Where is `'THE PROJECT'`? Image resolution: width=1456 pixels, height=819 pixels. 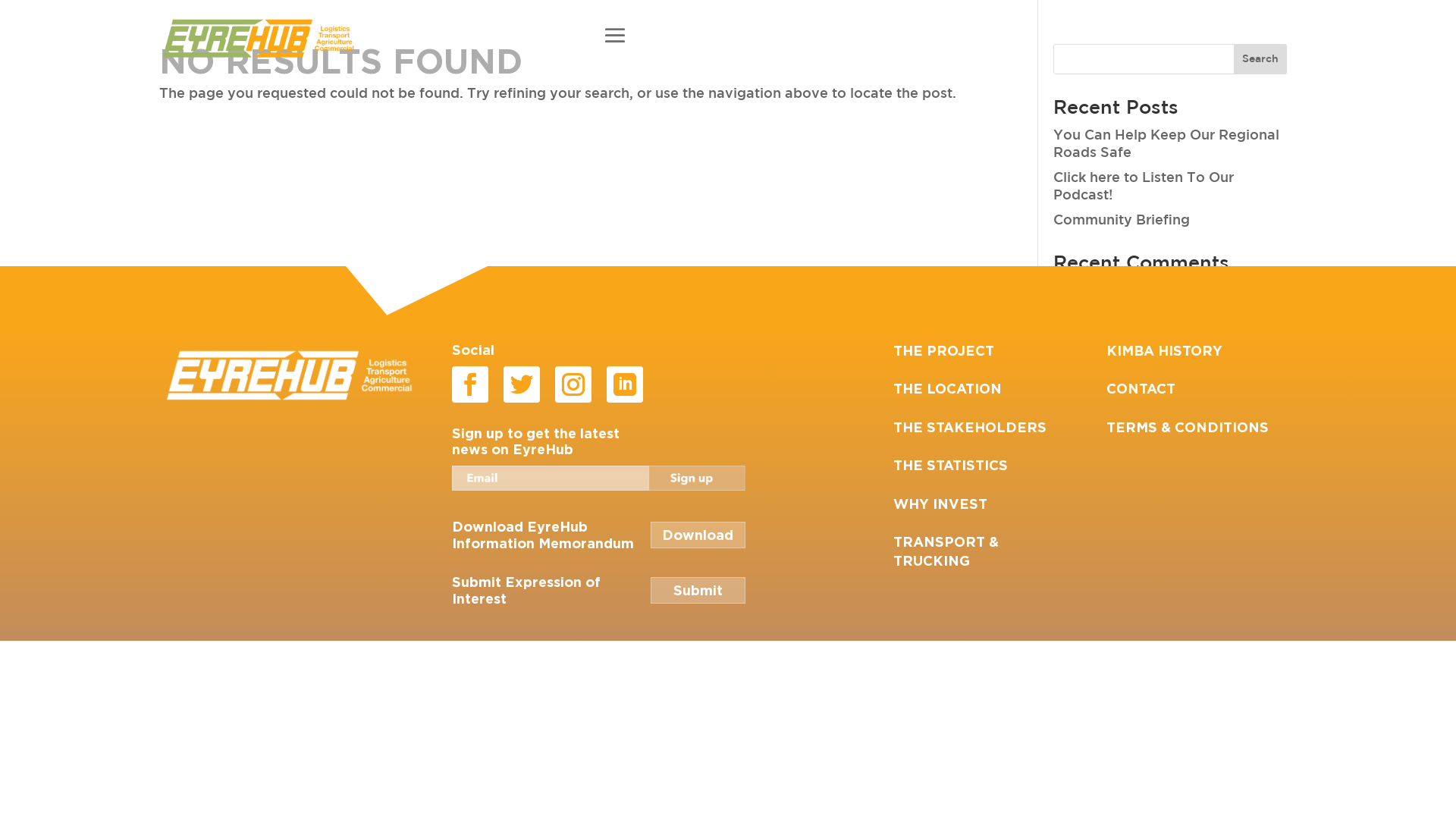
'THE PROJECT' is located at coordinates (943, 350).